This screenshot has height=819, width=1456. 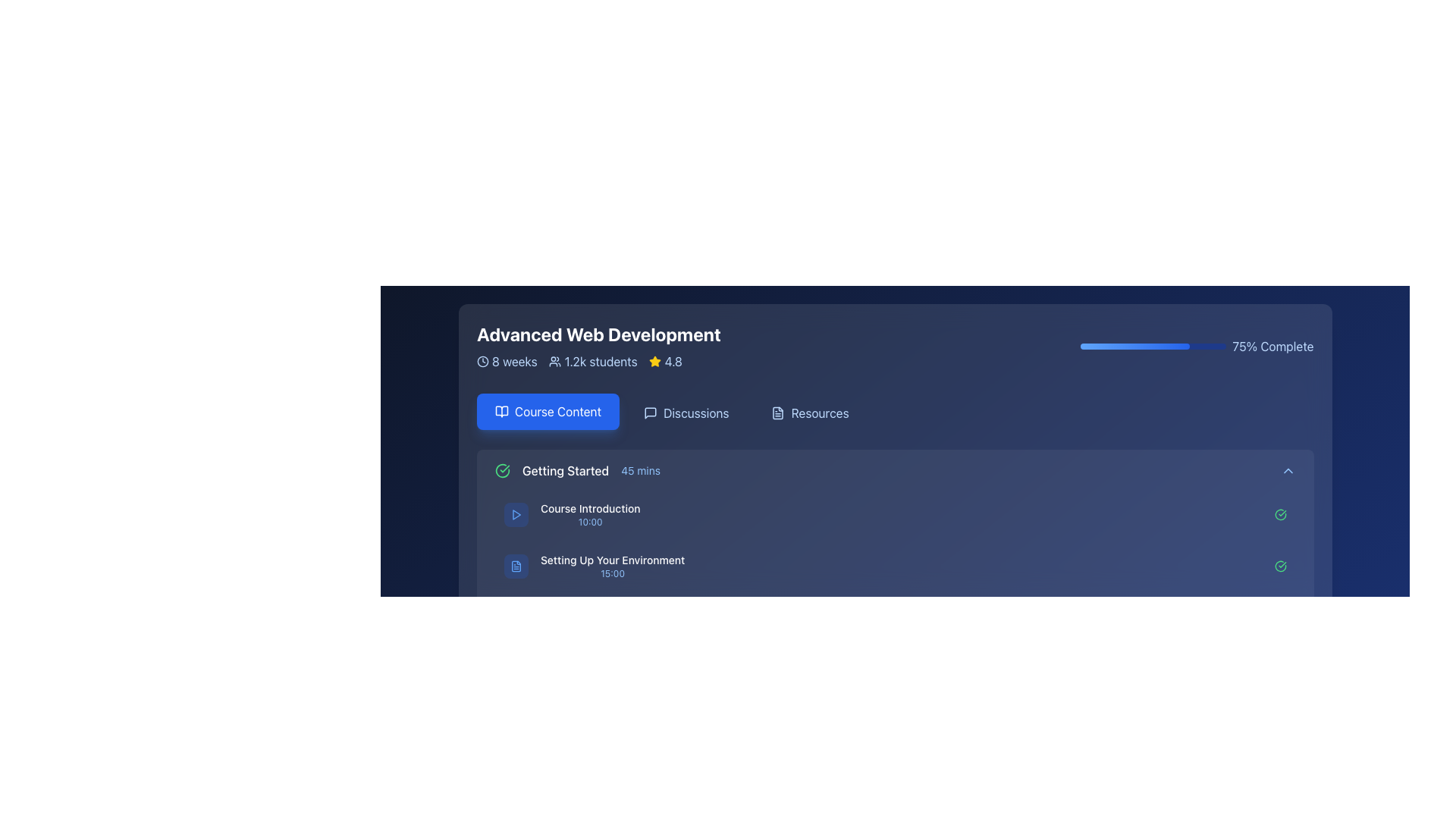 I want to click on the bordered circle indicator, which has a white interior and a blue border, so click(x=502, y=686).